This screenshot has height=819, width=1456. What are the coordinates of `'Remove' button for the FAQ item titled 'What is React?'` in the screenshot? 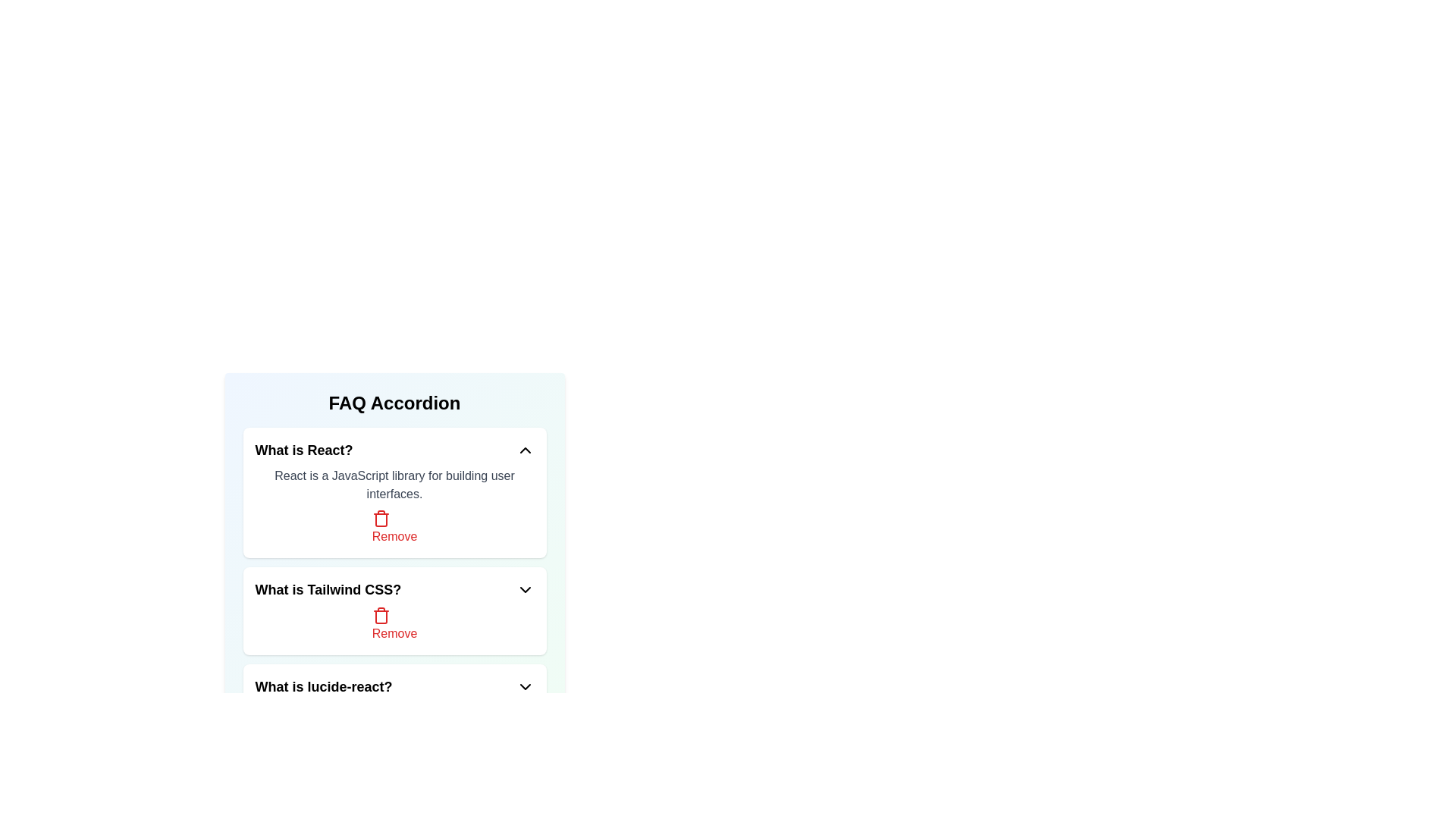 It's located at (394, 526).